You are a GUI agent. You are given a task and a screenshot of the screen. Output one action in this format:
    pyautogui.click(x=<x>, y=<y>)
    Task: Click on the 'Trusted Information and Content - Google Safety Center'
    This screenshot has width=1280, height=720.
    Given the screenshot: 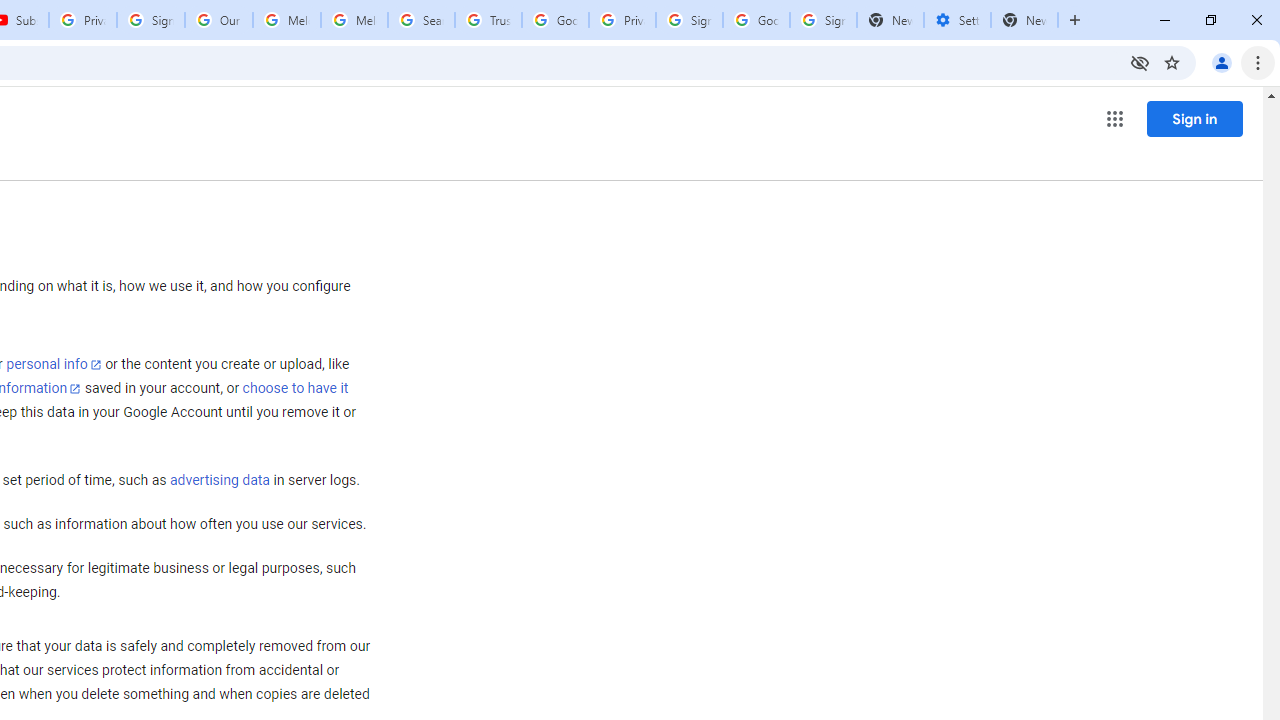 What is the action you would take?
    pyautogui.click(x=488, y=20)
    